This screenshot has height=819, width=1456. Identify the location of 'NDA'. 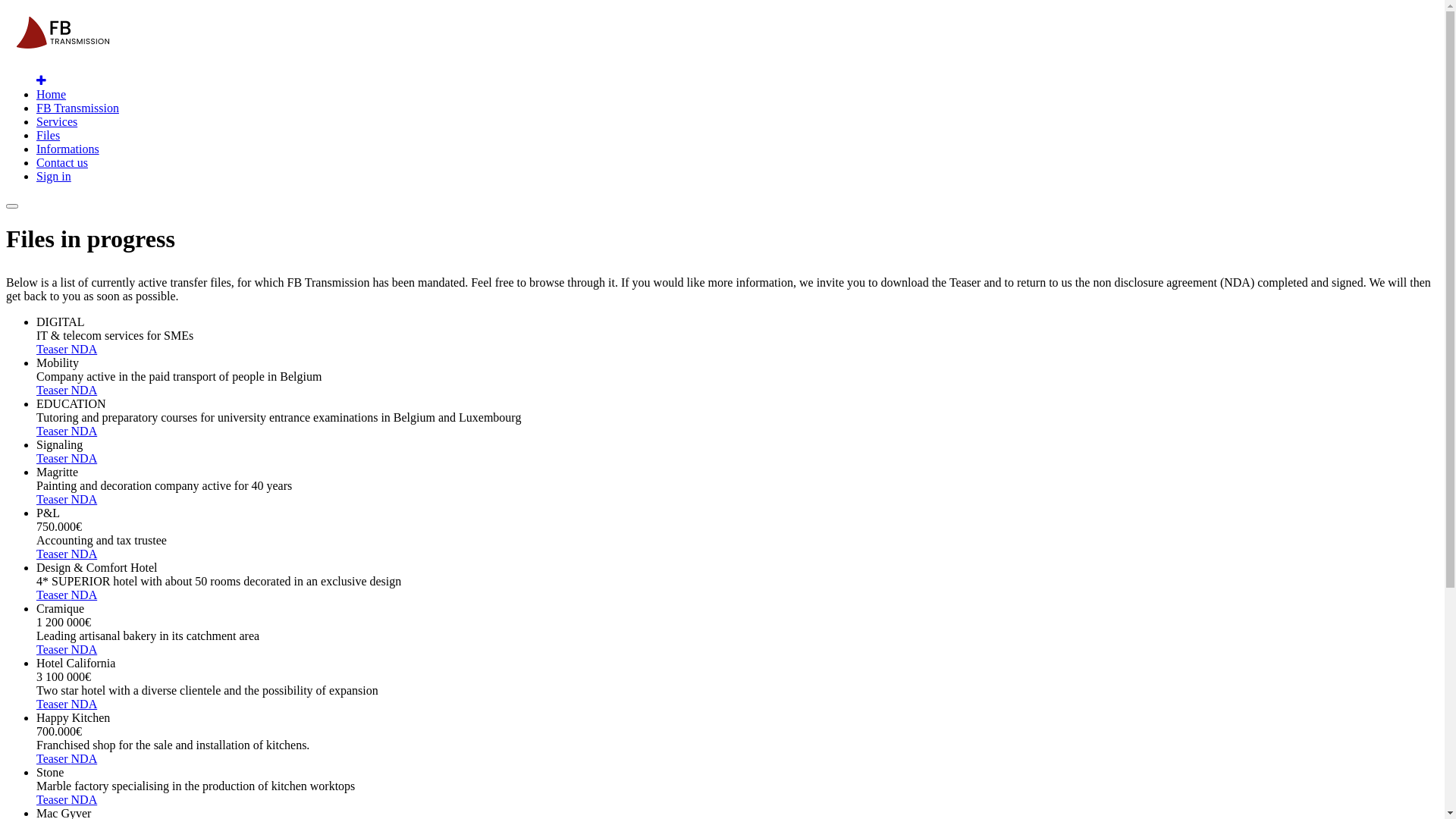
(83, 431).